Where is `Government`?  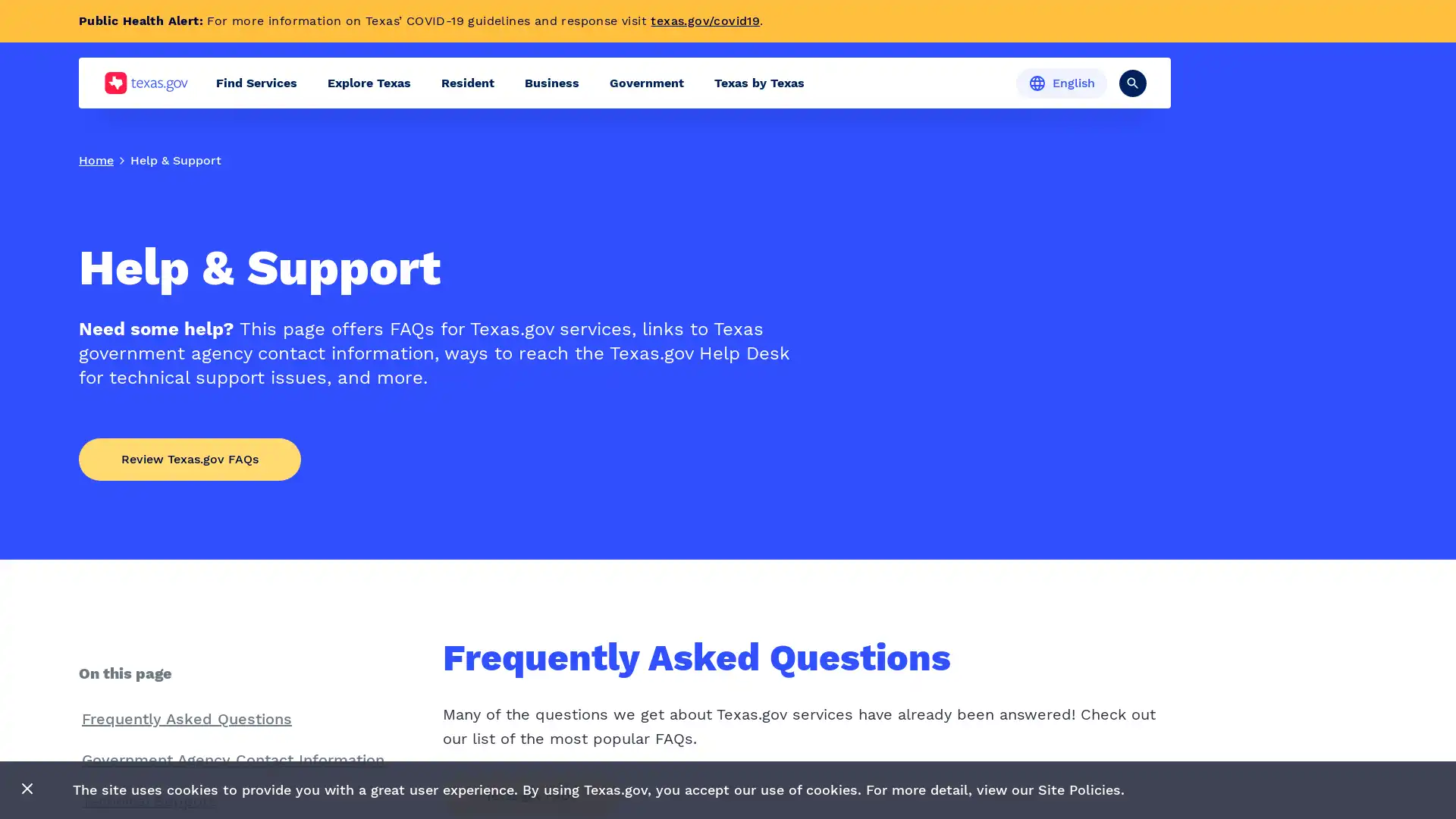 Government is located at coordinates (647, 83).